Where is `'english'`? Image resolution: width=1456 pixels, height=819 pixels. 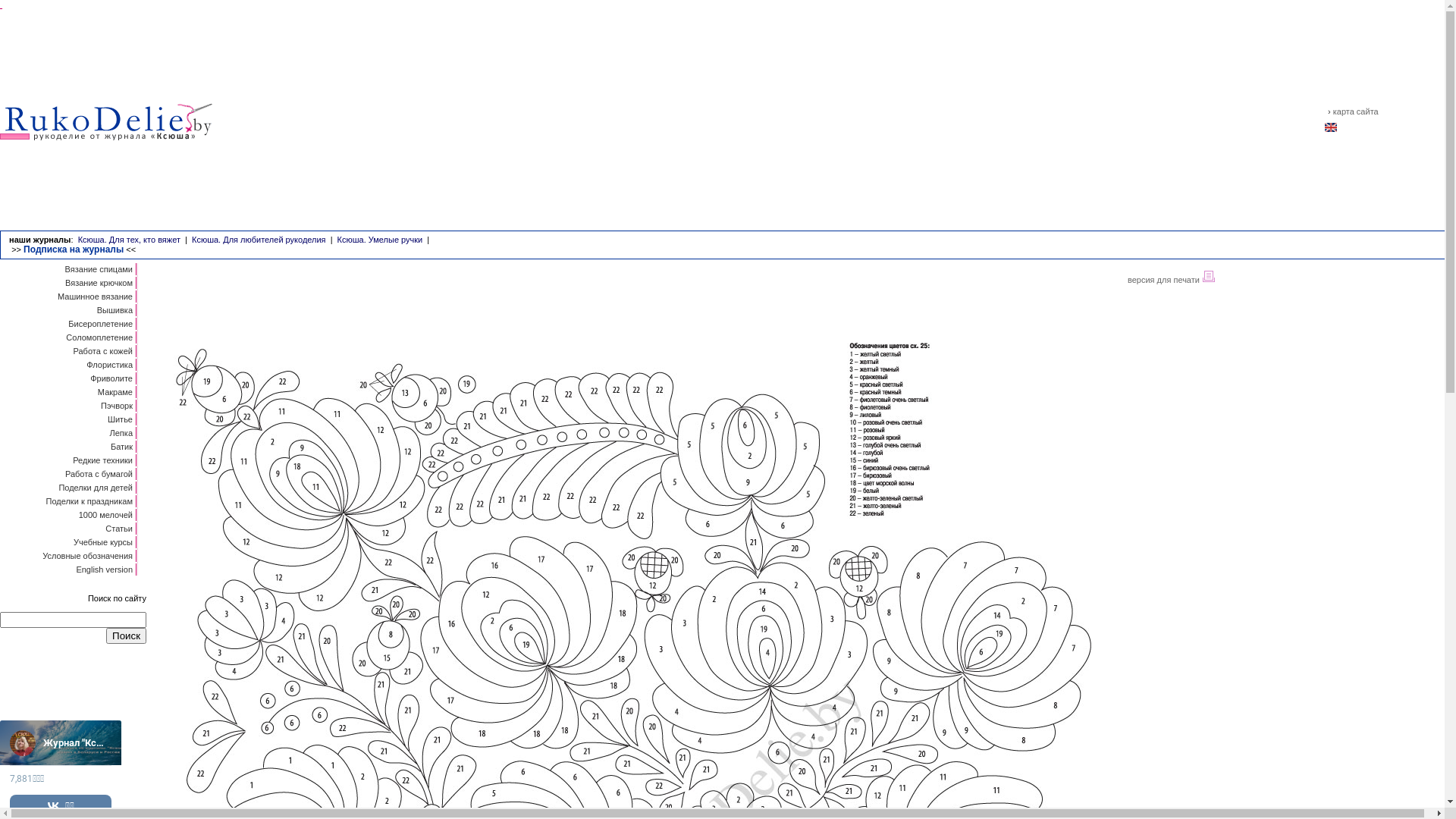
'english' is located at coordinates (1330, 131).